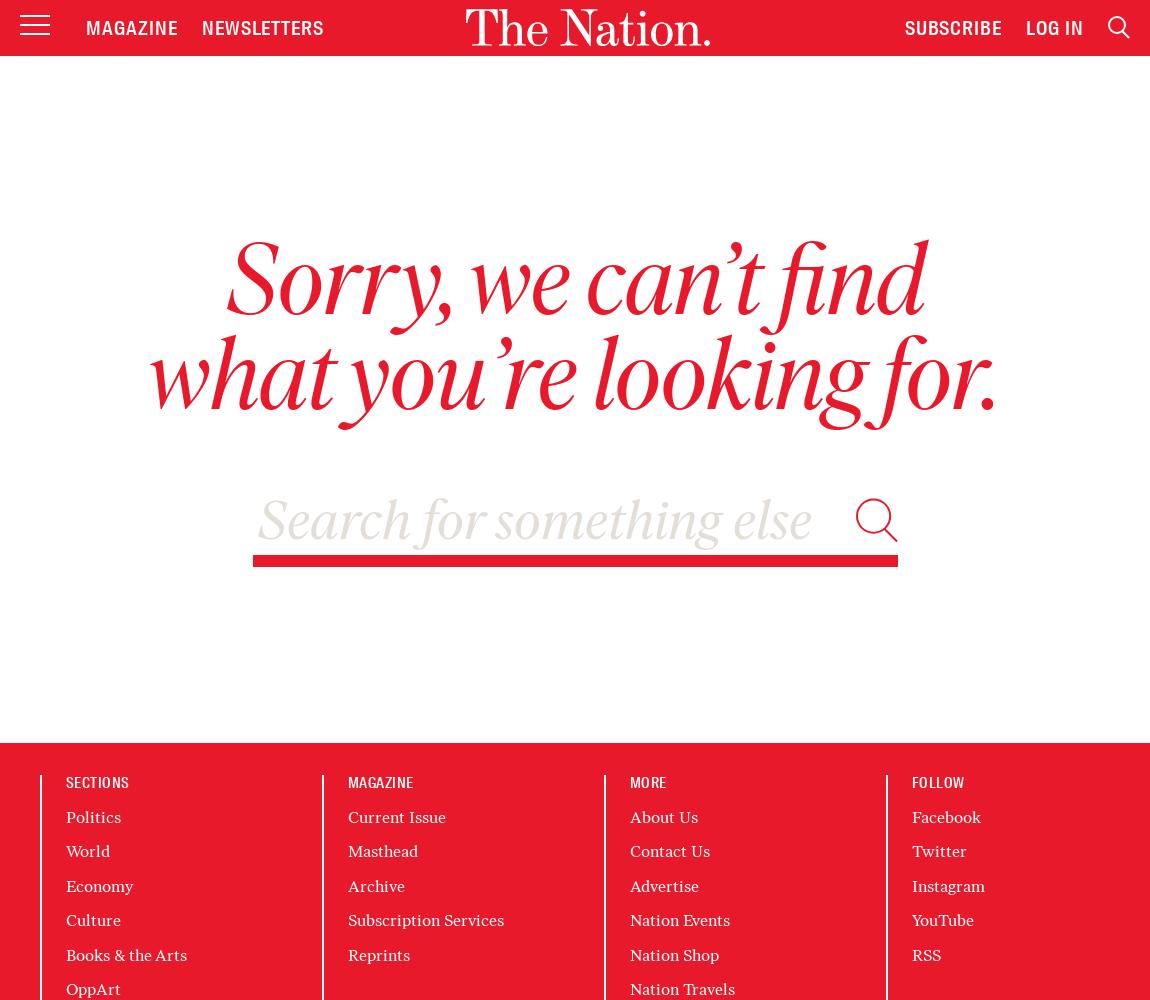  I want to click on 'Subscribe', so click(953, 27).